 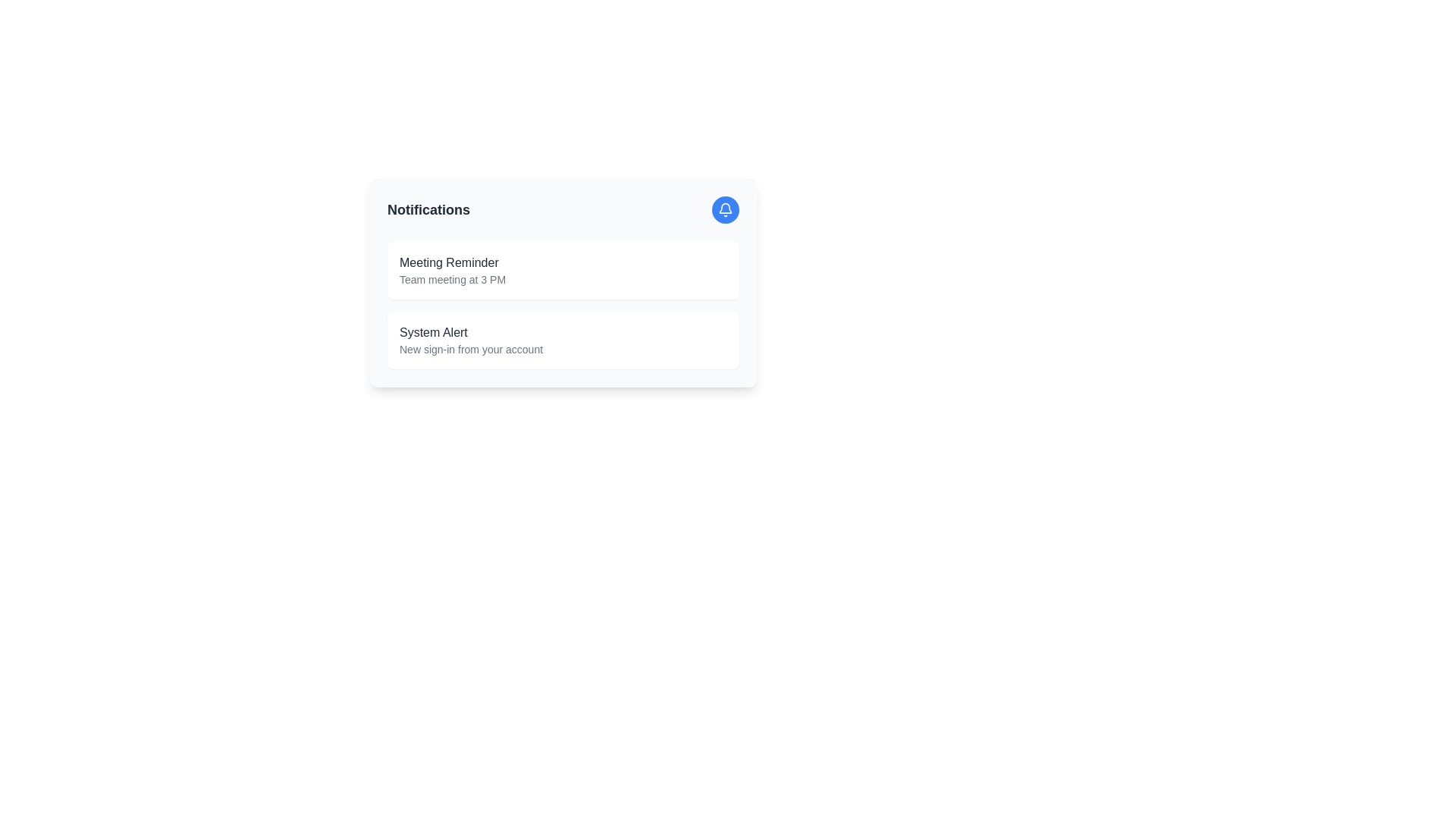 I want to click on the Icon button with a blue background, so click(x=724, y=210).